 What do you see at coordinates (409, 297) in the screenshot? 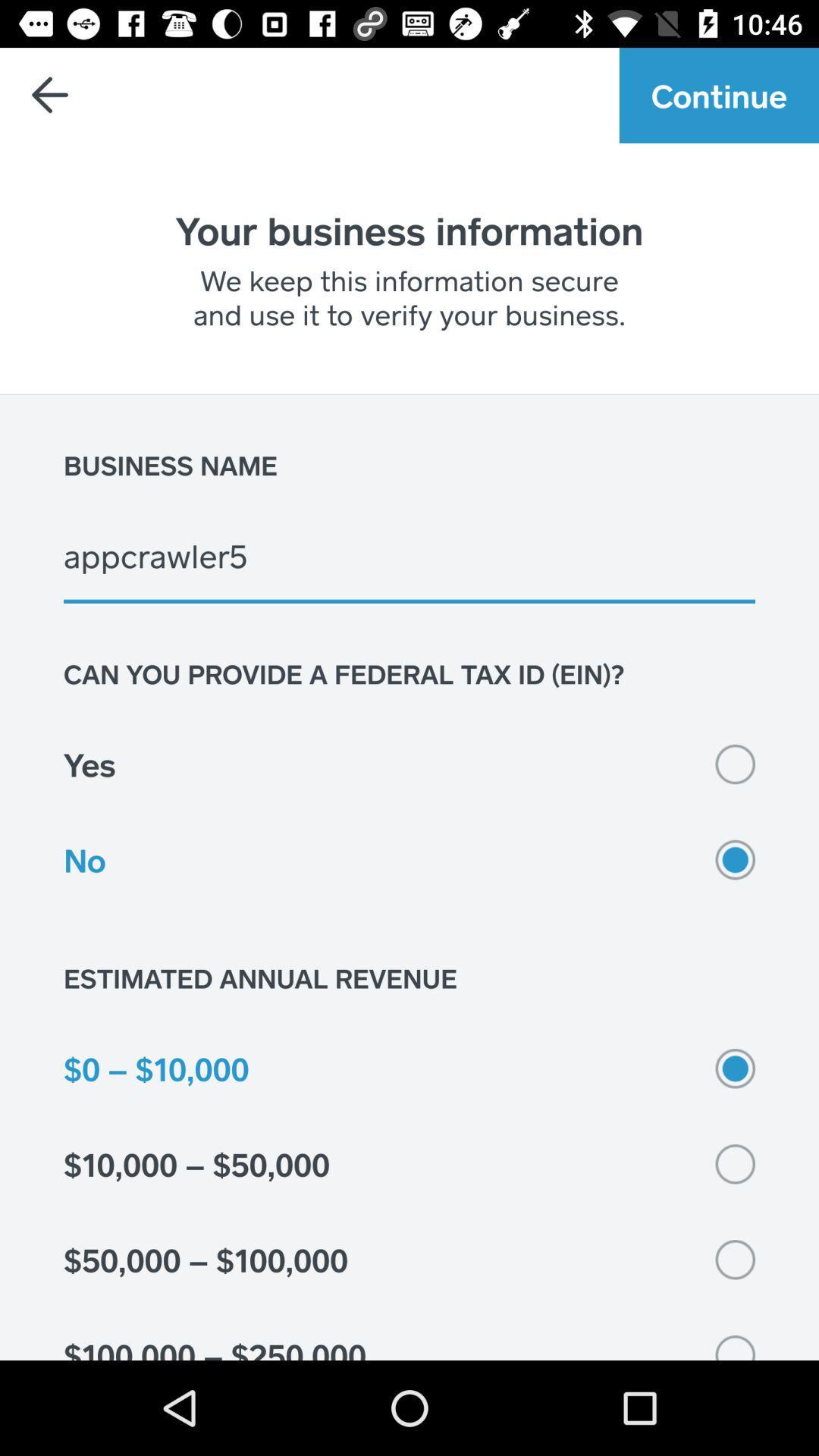
I see `the item below your business information icon` at bounding box center [409, 297].